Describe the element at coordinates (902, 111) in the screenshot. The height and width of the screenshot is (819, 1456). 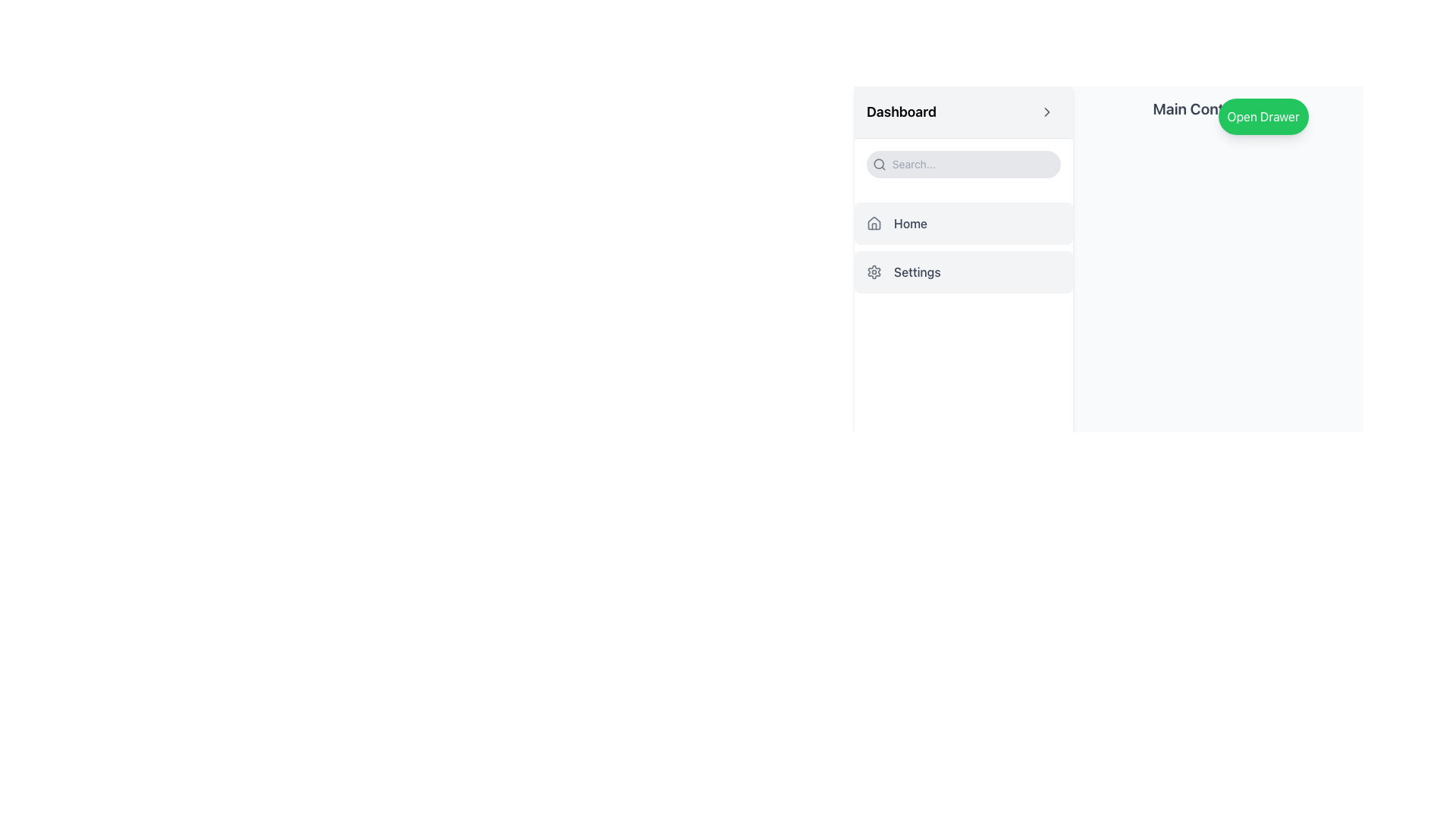
I see `the Text Label that indicates the current active page in the navigation section, located at the top left of the navigation panel` at that location.